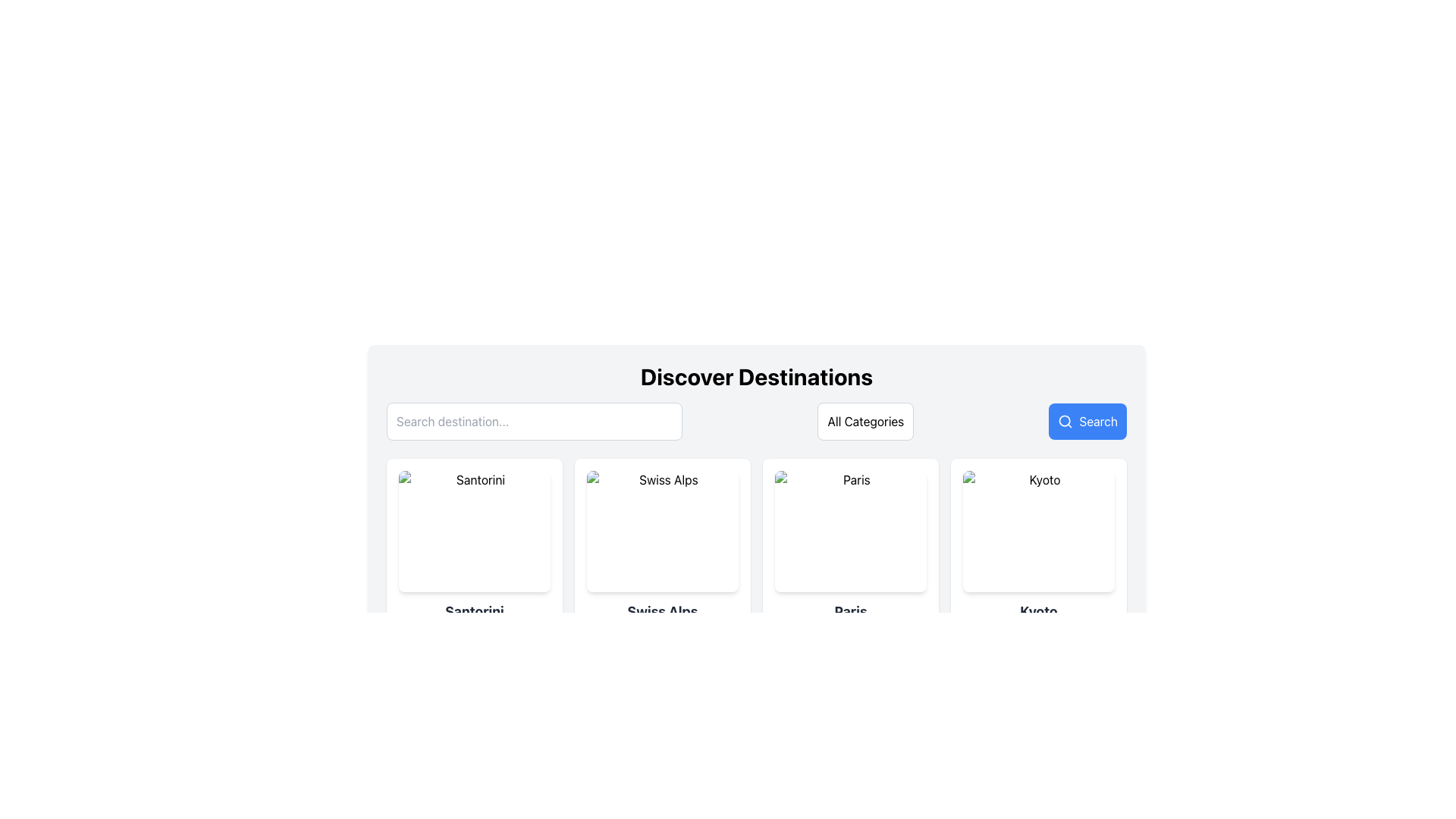 The image size is (1456, 819). What do you see at coordinates (473, 610) in the screenshot?
I see `the static text label displaying 'Santorini', which is a bolded dark gray text centered beneath an image in a white card component` at bounding box center [473, 610].